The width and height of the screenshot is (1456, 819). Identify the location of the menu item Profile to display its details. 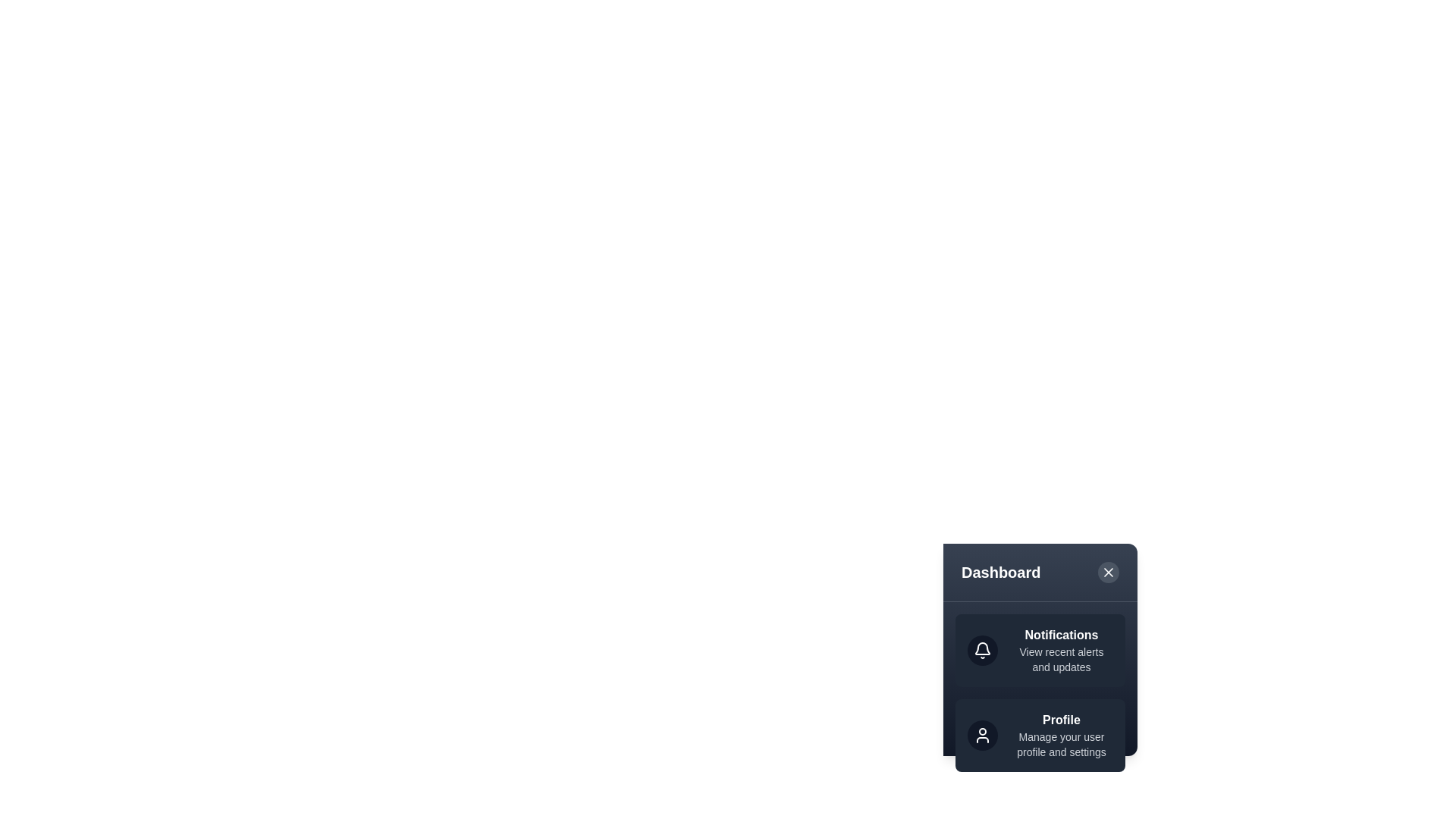
(1040, 734).